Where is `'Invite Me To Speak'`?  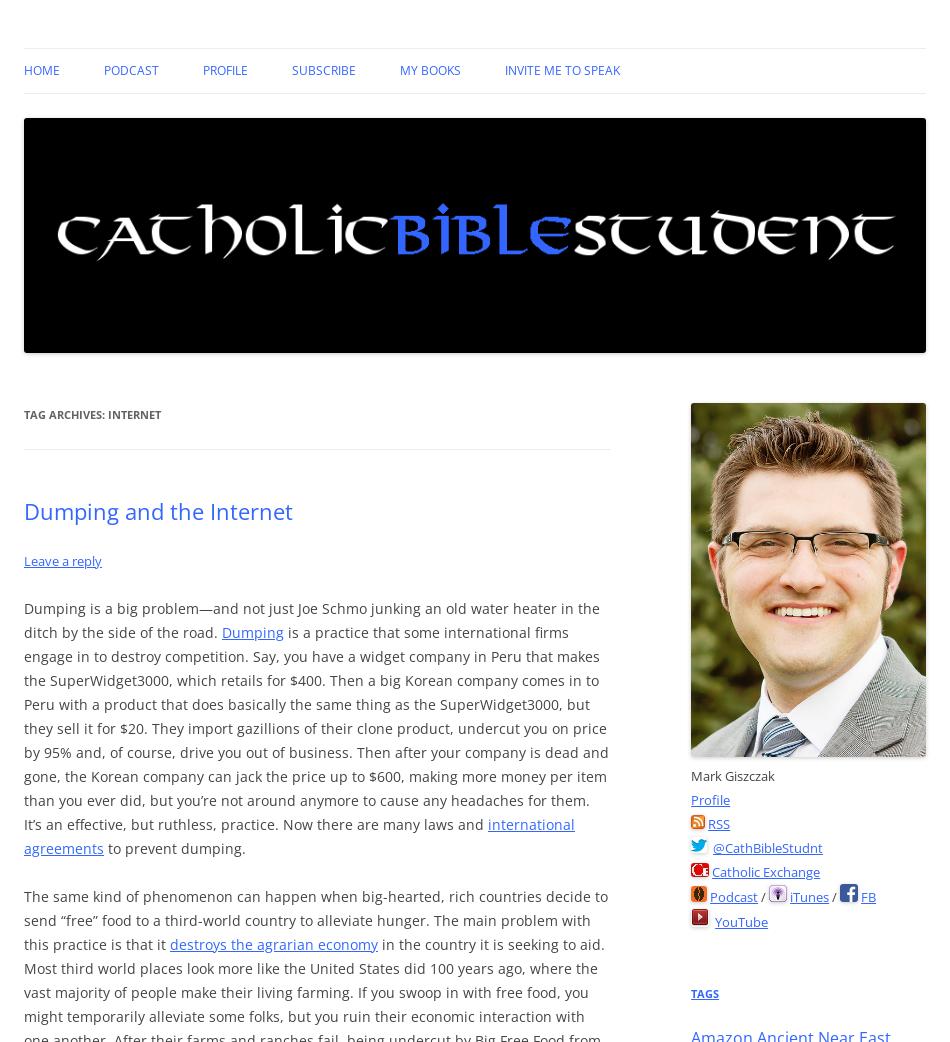 'Invite Me To Speak' is located at coordinates (562, 69).